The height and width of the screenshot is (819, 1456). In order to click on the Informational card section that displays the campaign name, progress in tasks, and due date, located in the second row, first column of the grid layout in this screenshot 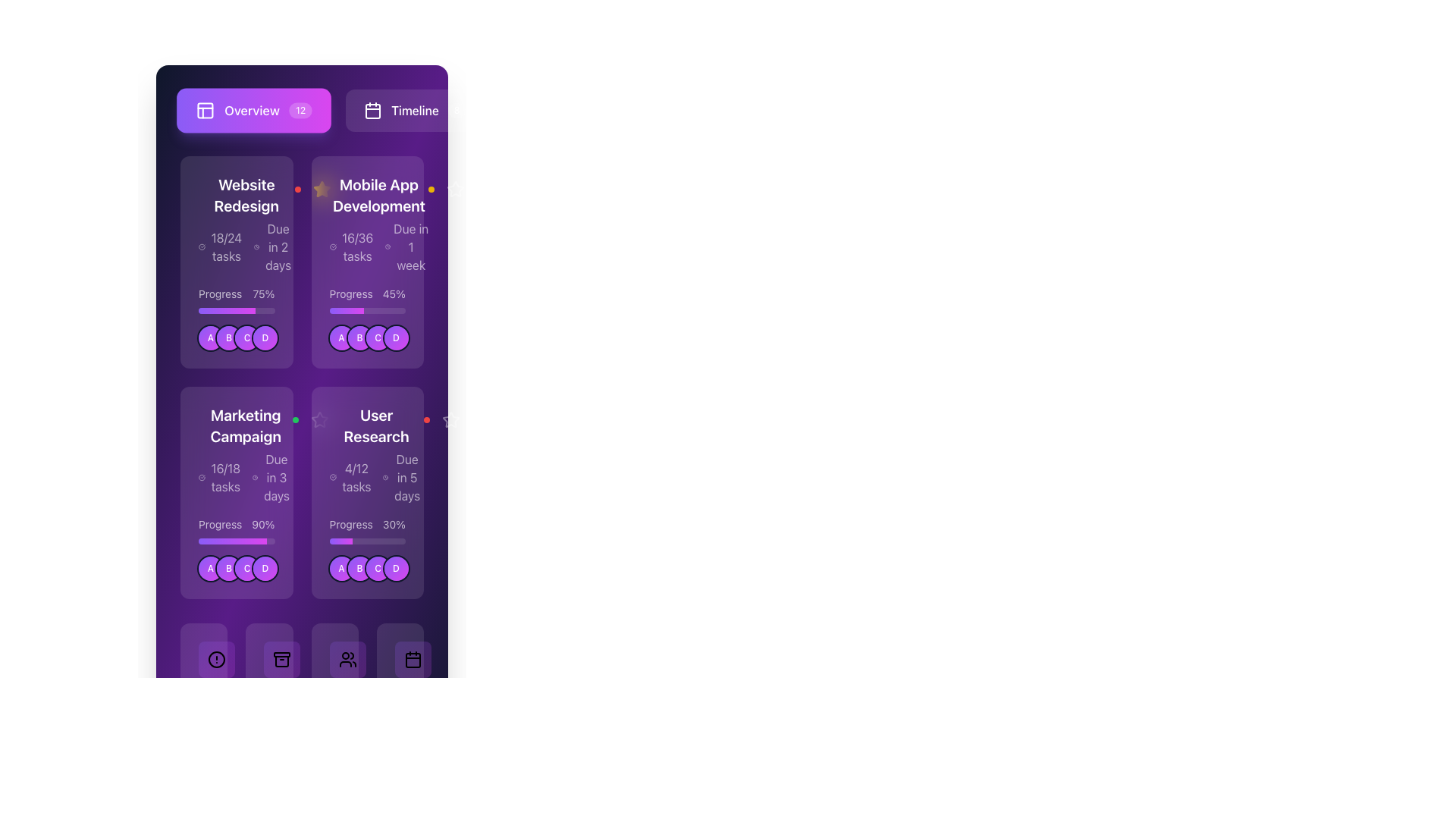, I will do `click(236, 454)`.